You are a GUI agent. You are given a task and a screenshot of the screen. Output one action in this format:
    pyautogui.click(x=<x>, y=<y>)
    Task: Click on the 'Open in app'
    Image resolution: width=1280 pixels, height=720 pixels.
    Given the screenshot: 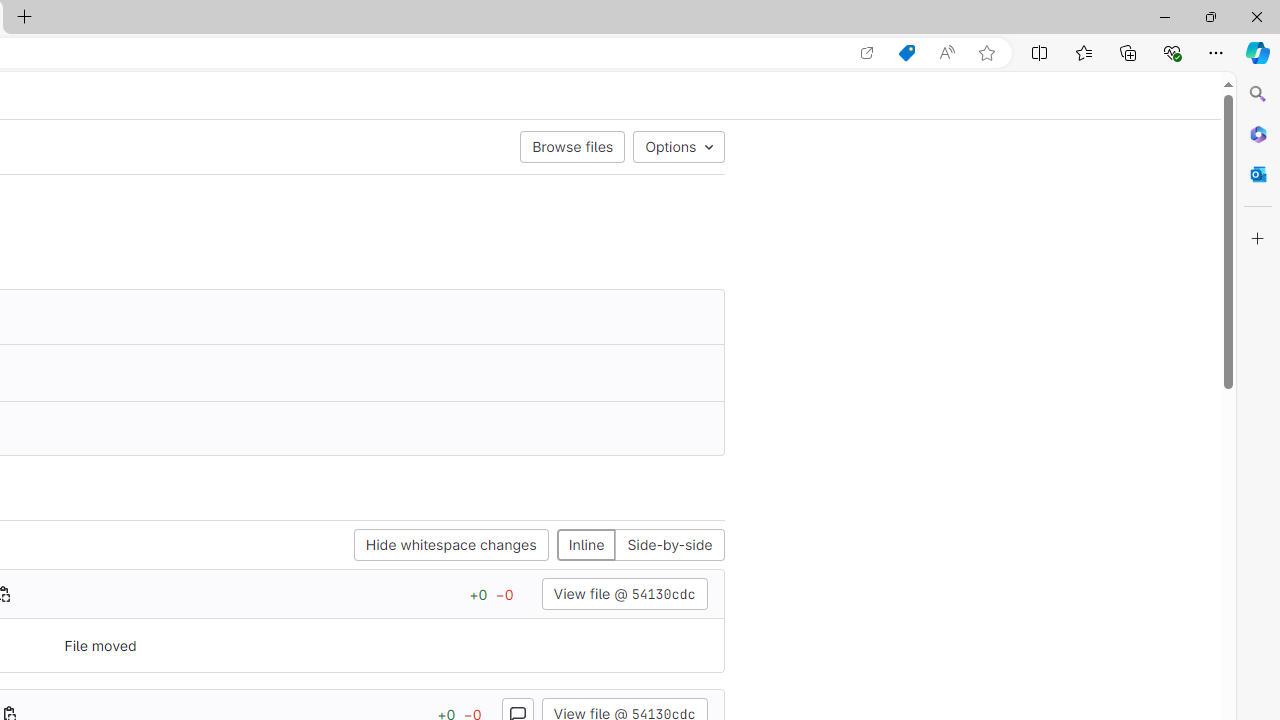 What is the action you would take?
    pyautogui.click(x=867, y=52)
    